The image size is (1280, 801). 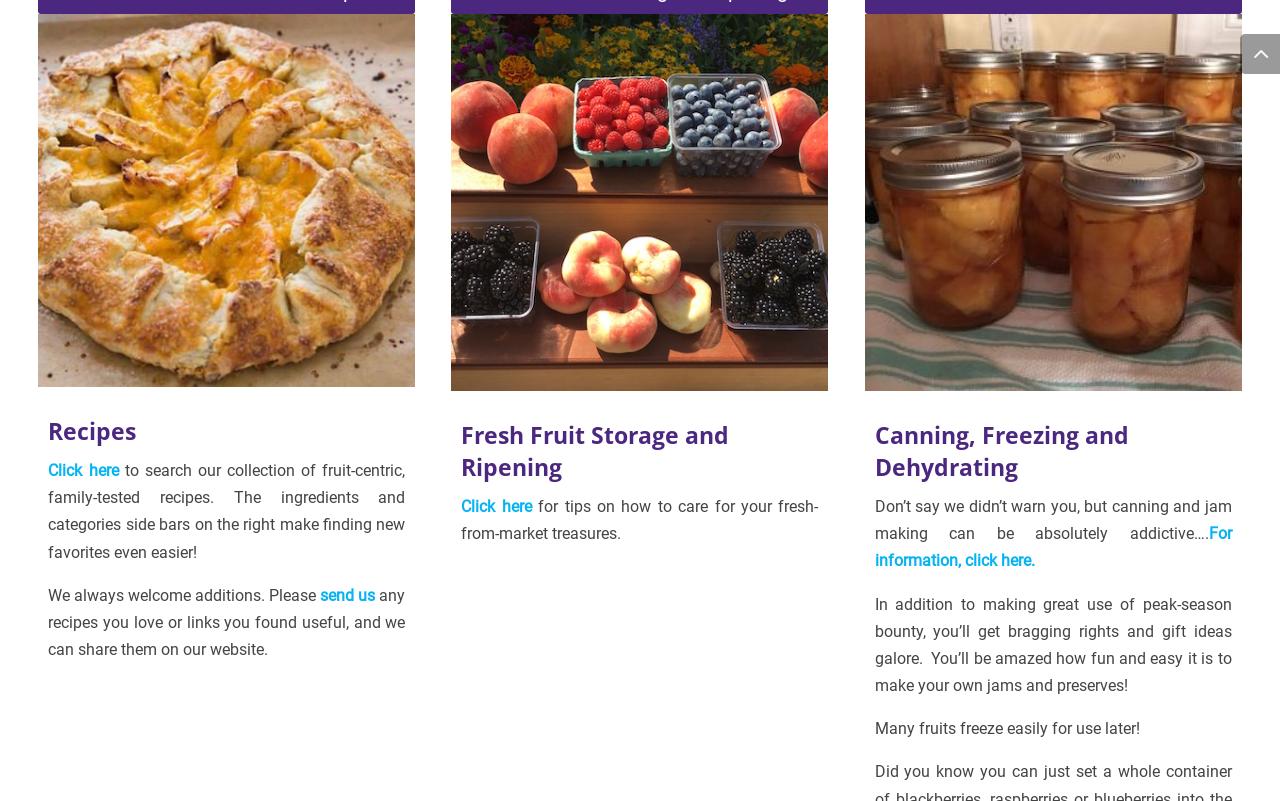 I want to click on 'to search our collection of fruit-centric, family-tested recipes. The ingredients and categories side bars on the right make finding new favorites even easier!', so click(x=226, y=510).